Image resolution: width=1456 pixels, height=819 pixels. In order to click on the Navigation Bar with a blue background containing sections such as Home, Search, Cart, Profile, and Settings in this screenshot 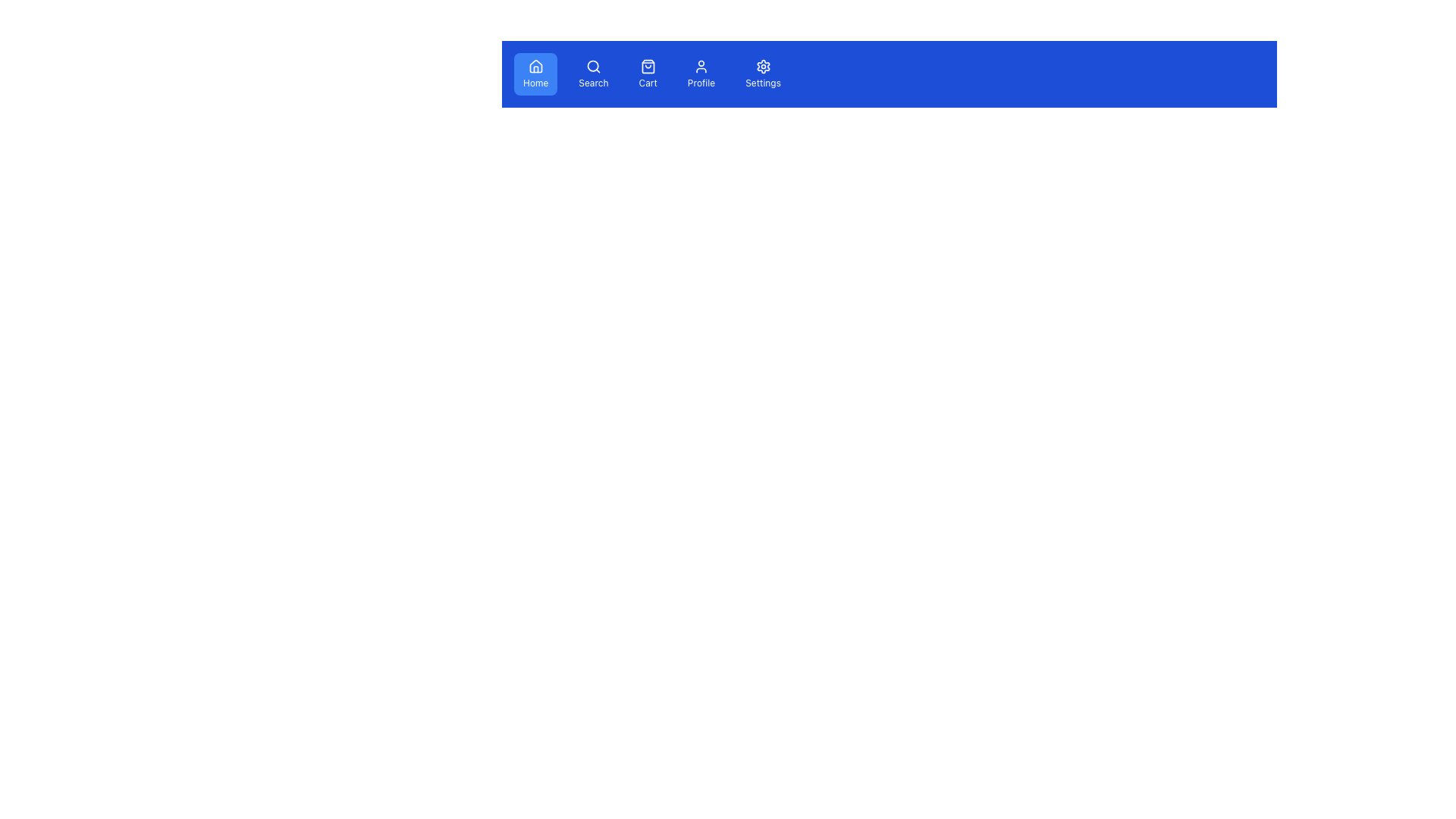, I will do `click(889, 74)`.